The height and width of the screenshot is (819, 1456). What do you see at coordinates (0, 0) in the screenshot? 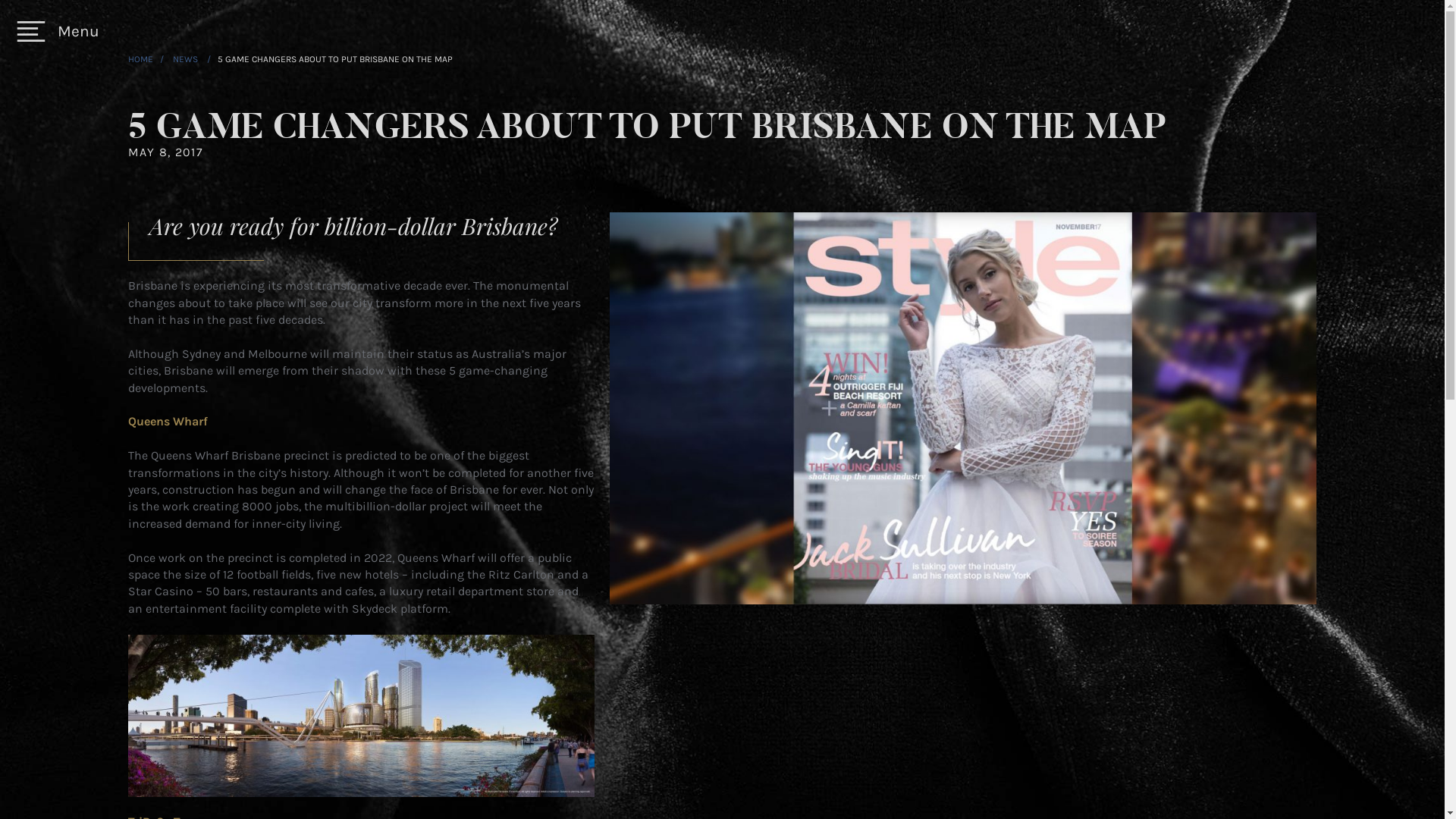
I see `'Skip to primary navigation'` at bounding box center [0, 0].